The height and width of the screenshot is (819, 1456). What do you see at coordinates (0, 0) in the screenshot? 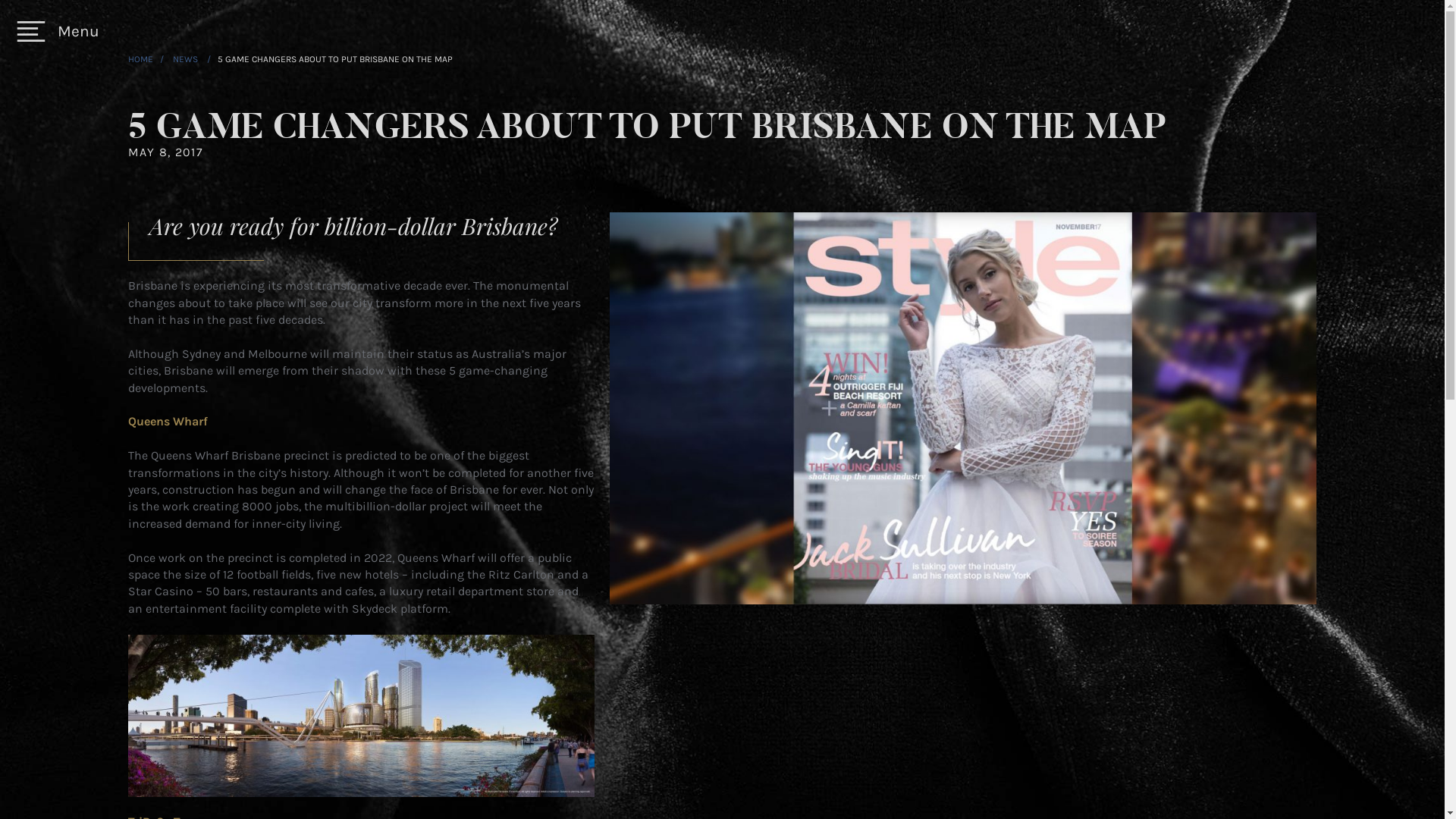
I see `'Skip to primary navigation'` at bounding box center [0, 0].